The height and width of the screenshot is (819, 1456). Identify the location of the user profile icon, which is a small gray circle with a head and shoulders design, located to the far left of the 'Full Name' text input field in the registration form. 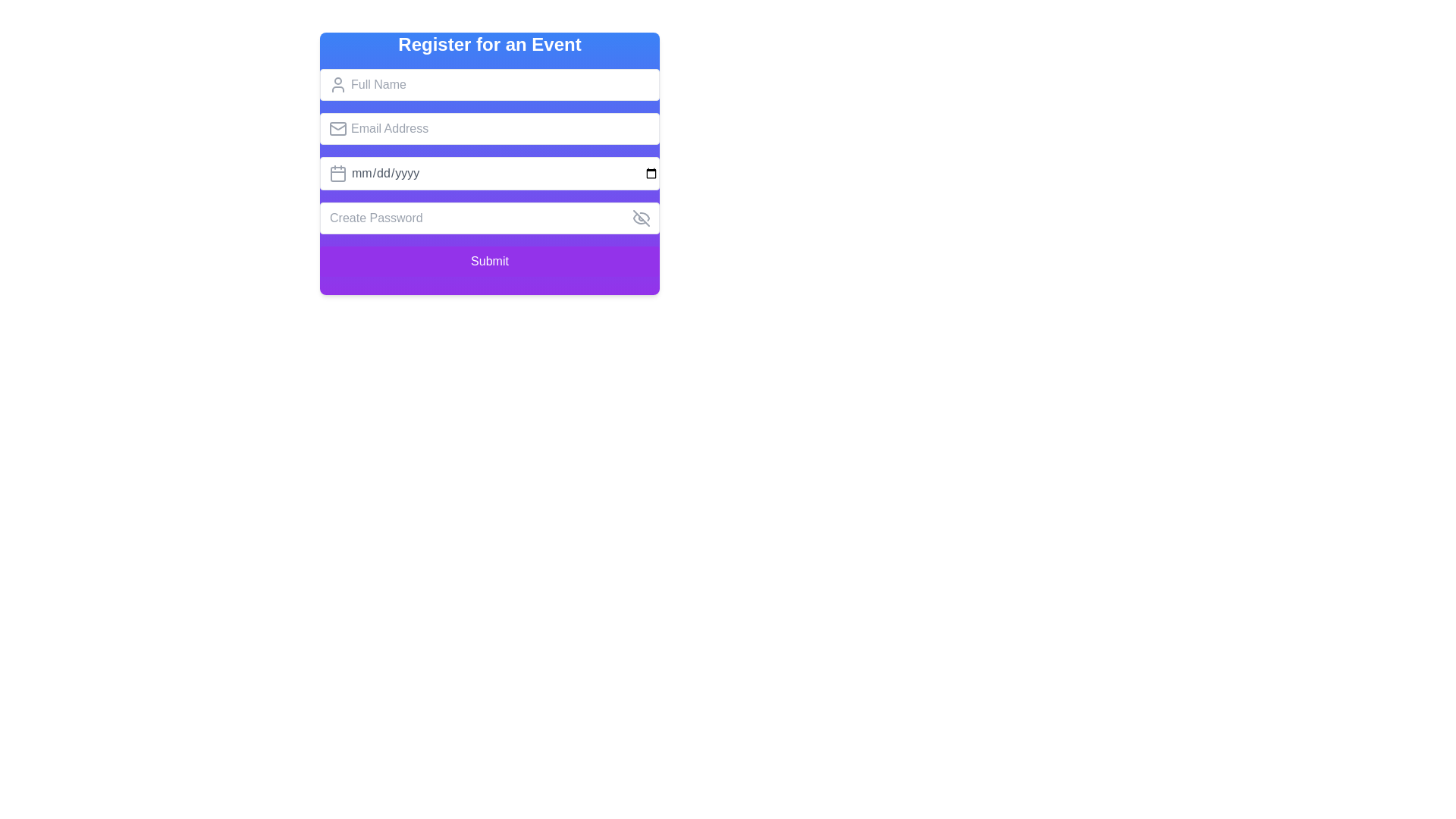
(337, 84).